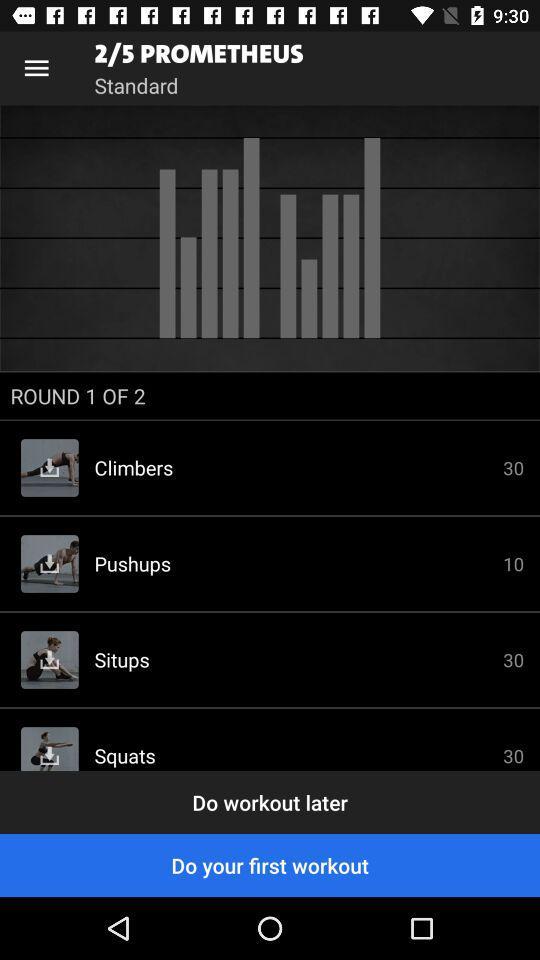 The height and width of the screenshot is (960, 540). Describe the element at coordinates (270, 238) in the screenshot. I see `item above round 1 of` at that location.